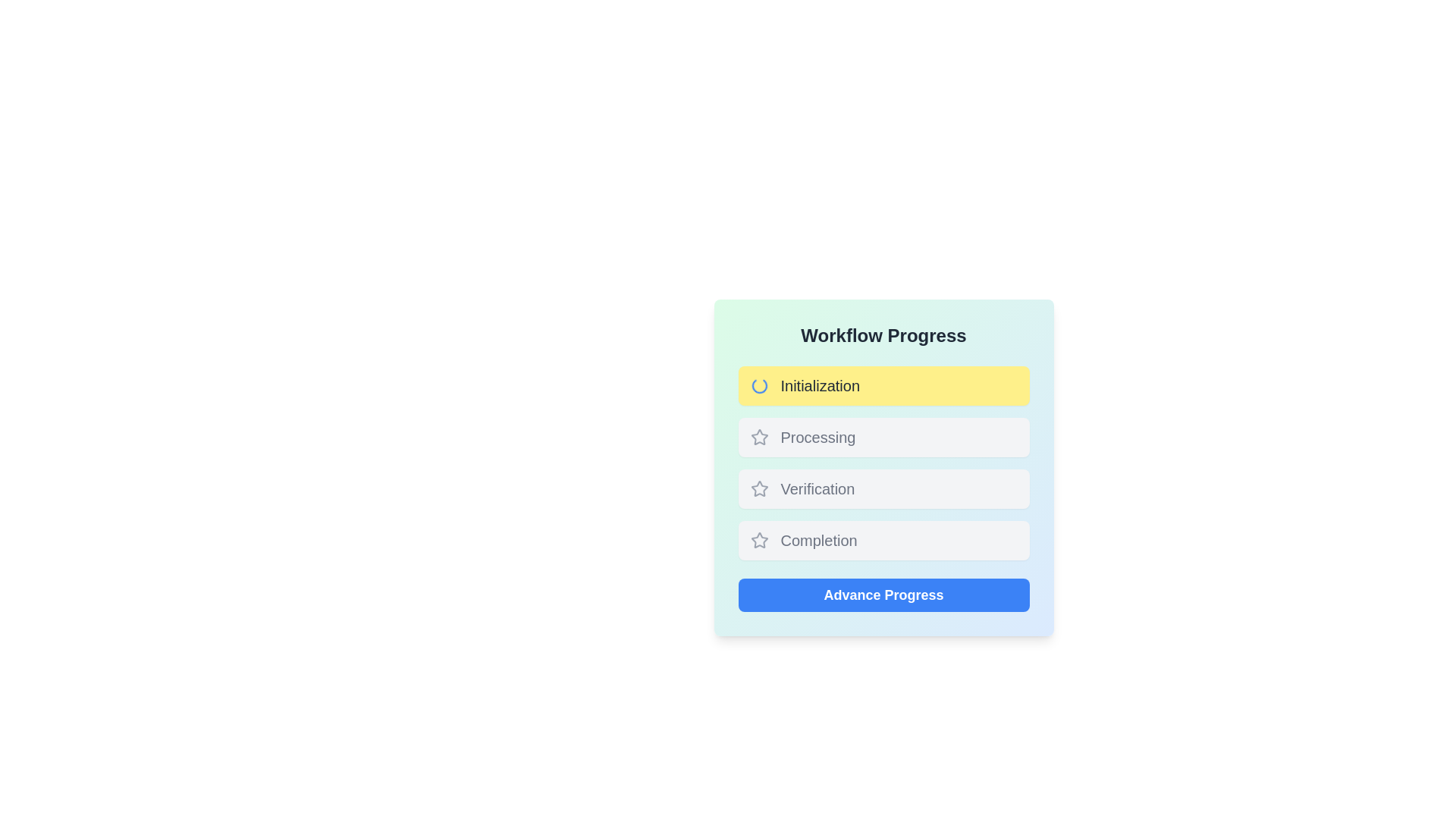 The width and height of the screenshot is (1456, 819). What do you see at coordinates (759, 488) in the screenshot?
I see `the star-shaped icon with a light gray outline labeled 'Verification' located in the second position of the vertical list within the 'Workflow Progress' panel` at bounding box center [759, 488].